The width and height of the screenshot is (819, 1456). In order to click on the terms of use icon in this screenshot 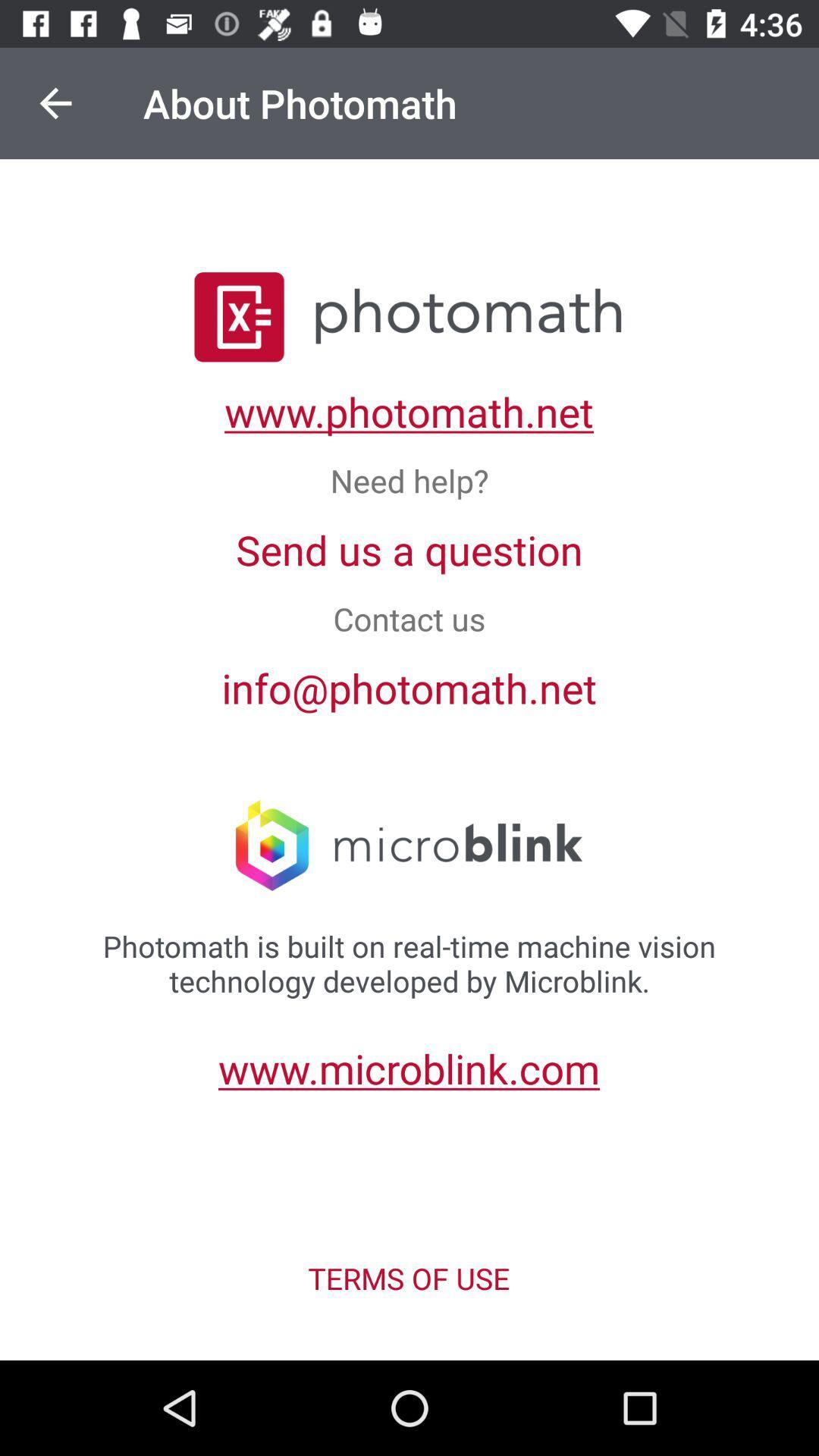, I will do `click(408, 1277)`.